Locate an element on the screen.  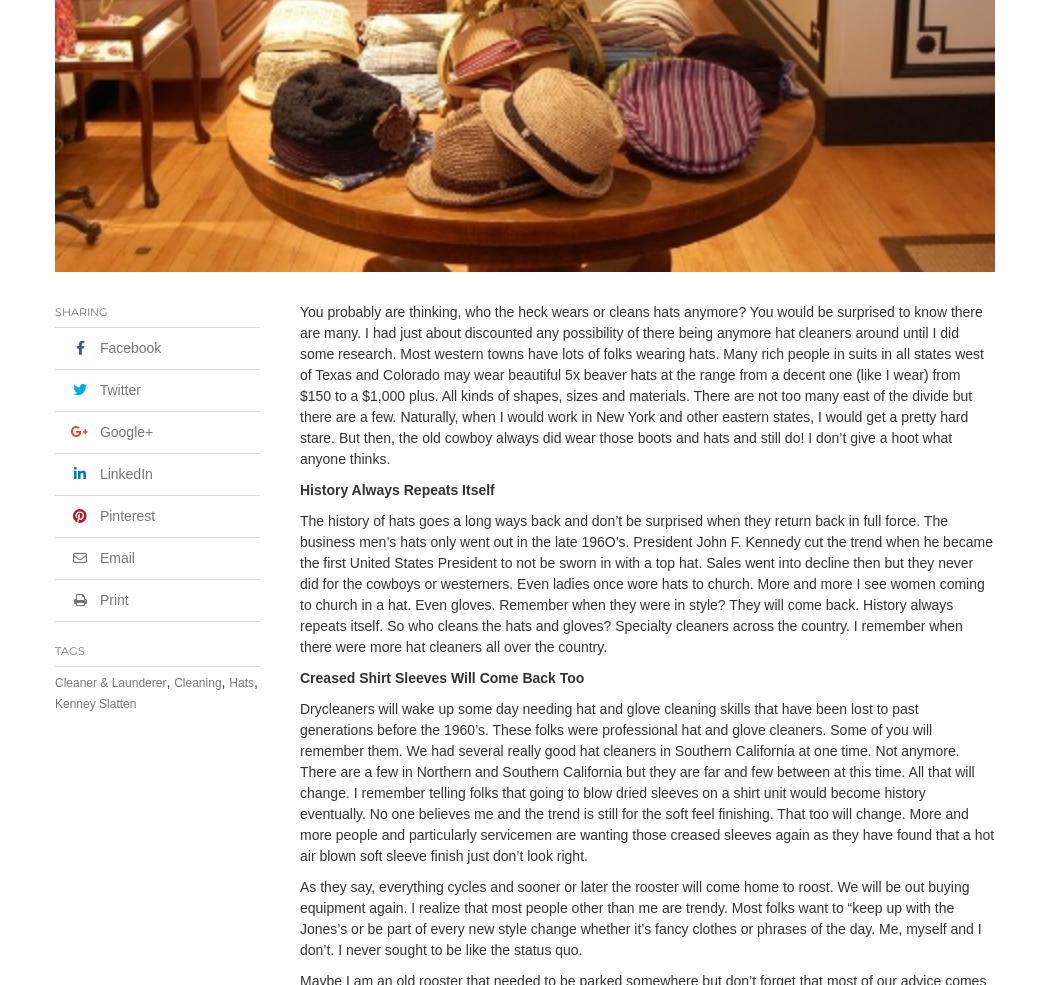
'Creased Shirt Sleeves Will' is located at coordinates (389, 676).